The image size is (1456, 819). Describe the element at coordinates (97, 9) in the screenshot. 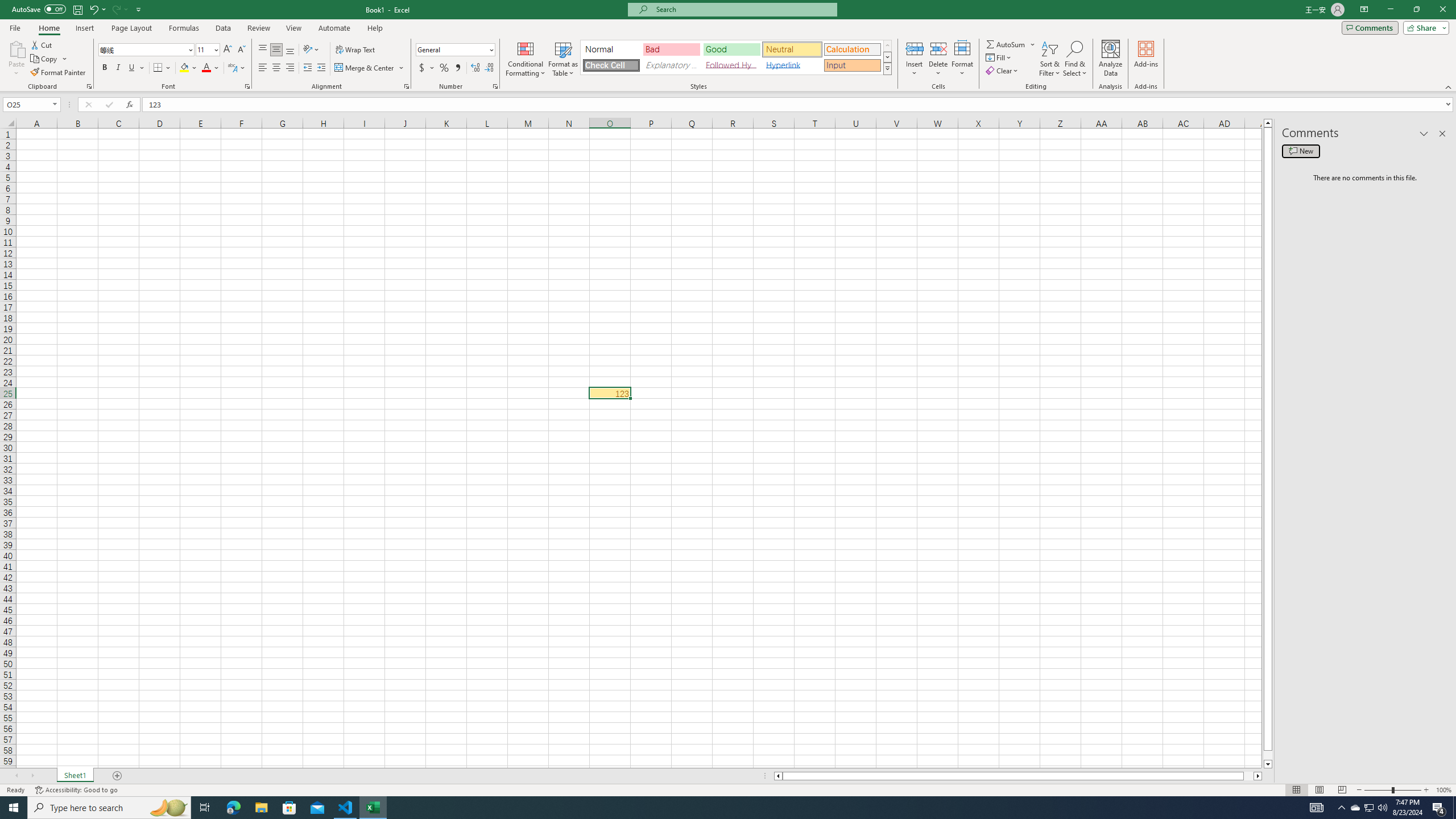

I see `'Undo'` at that location.